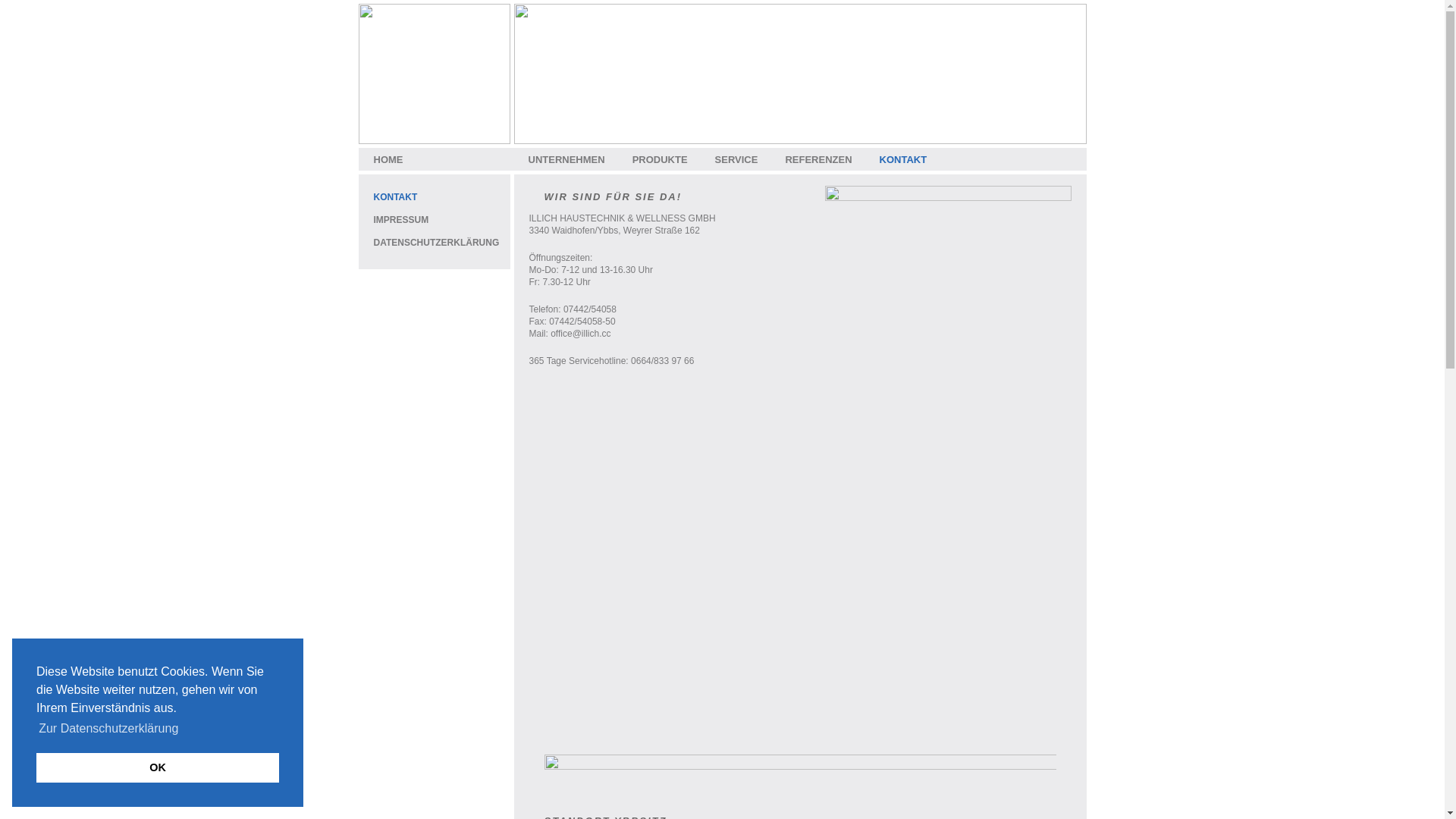 This screenshot has width=1456, height=819. What do you see at coordinates (660, 159) in the screenshot?
I see `'PRODUKTE'` at bounding box center [660, 159].